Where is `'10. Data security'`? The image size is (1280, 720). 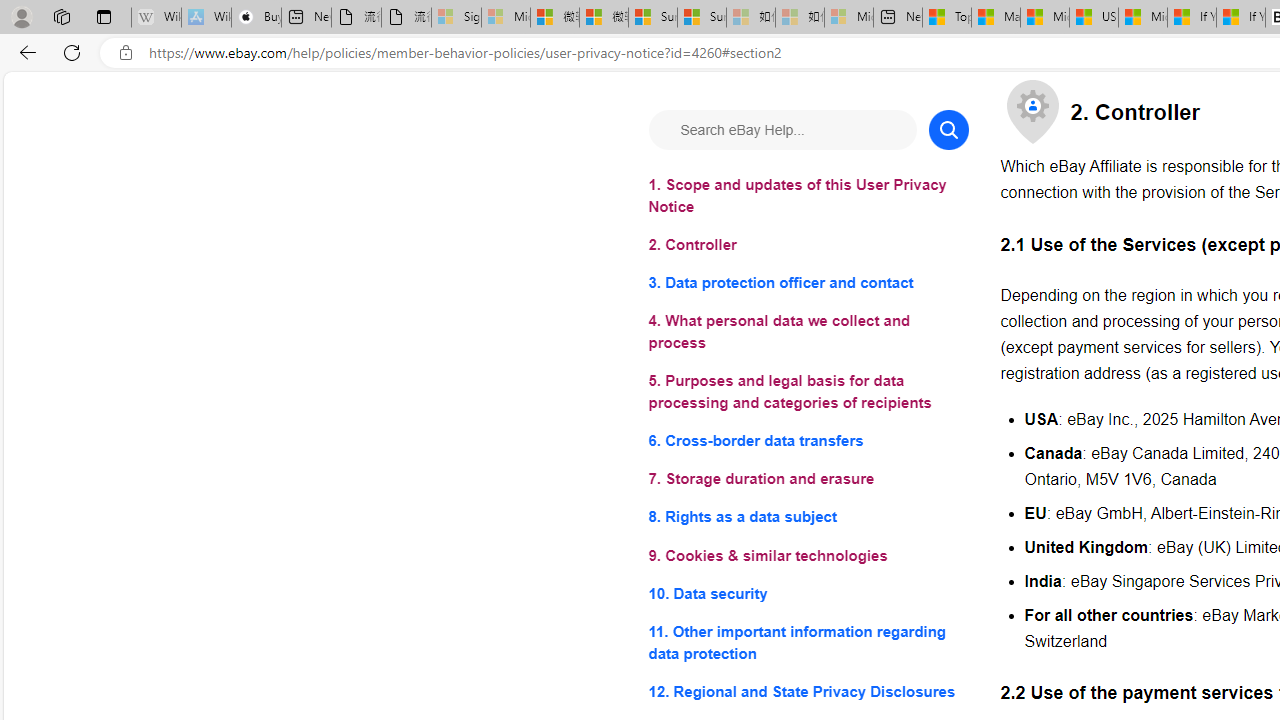
'10. Data security' is located at coordinates (808, 592).